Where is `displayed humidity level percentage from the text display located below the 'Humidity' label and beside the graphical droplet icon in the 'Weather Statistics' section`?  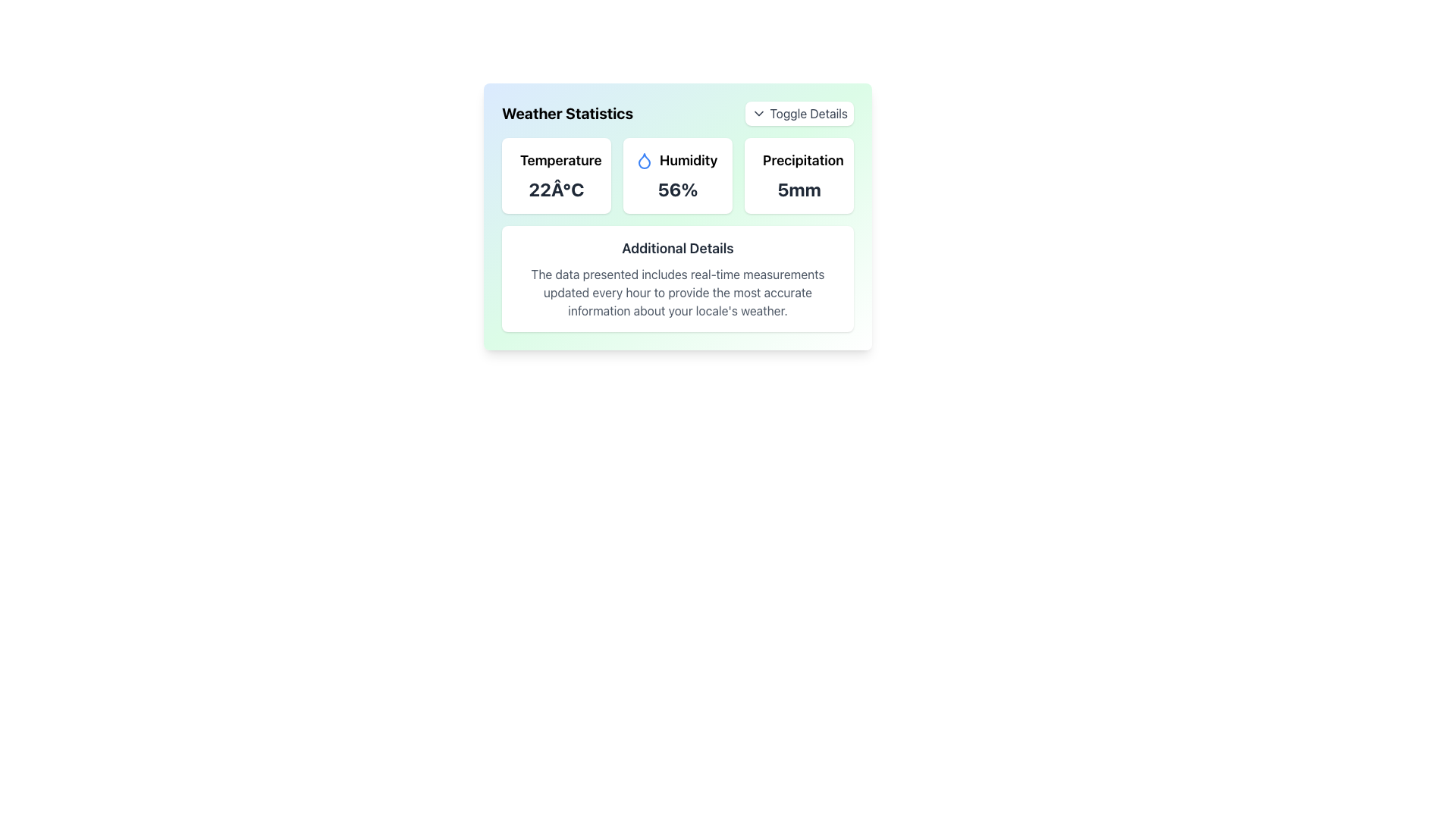
displayed humidity level percentage from the text display located below the 'Humidity' label and beside the graphical droplet icon in the 'Weather Statistics' section is located at coordinates (676, 189).